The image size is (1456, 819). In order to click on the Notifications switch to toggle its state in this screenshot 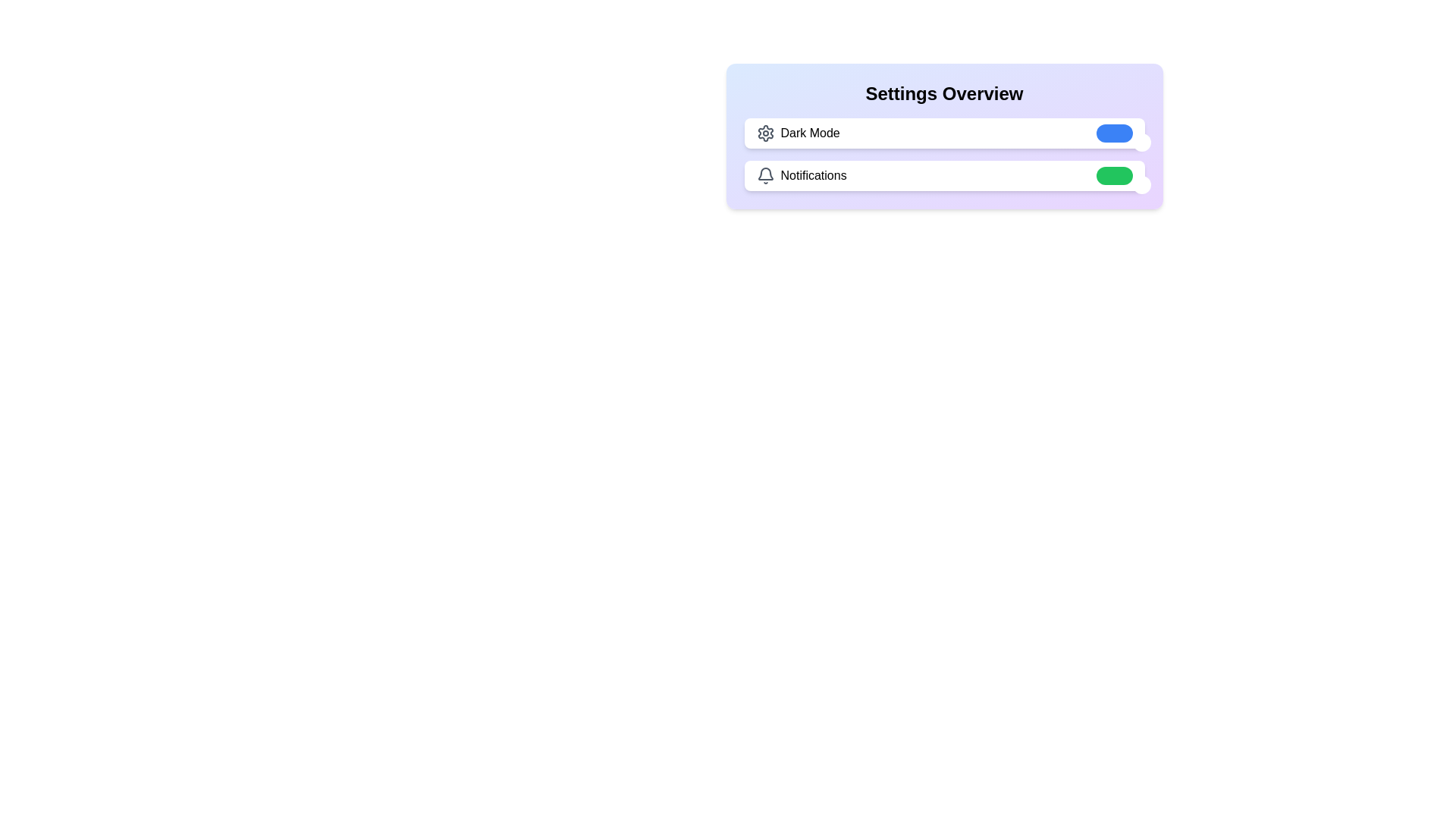, I will do `click(1114, 174)`.